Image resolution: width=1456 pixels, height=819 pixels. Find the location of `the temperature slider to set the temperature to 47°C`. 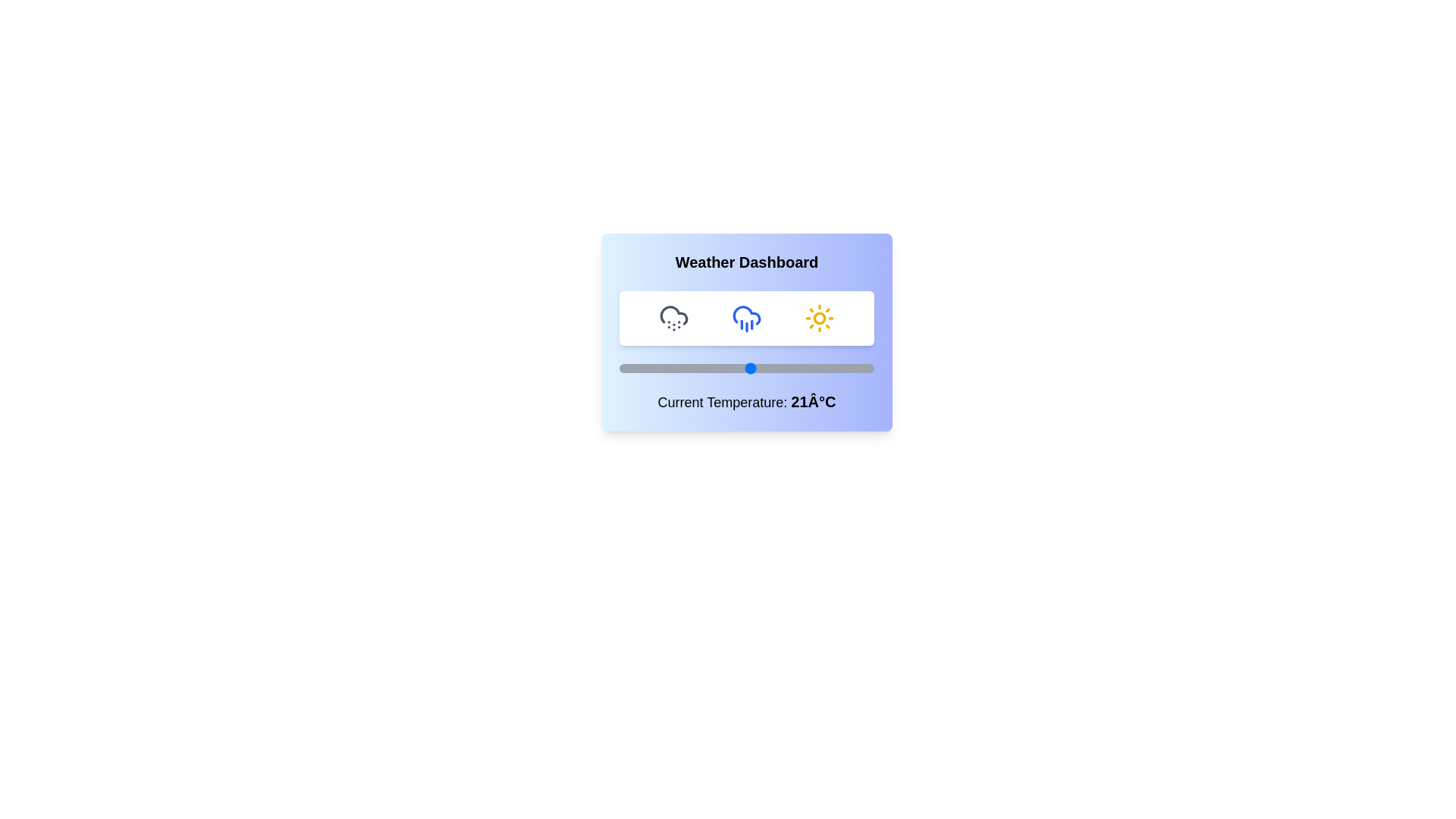

the temperature slider to set the temperature to 47°C is located at coordinates (861, 369).